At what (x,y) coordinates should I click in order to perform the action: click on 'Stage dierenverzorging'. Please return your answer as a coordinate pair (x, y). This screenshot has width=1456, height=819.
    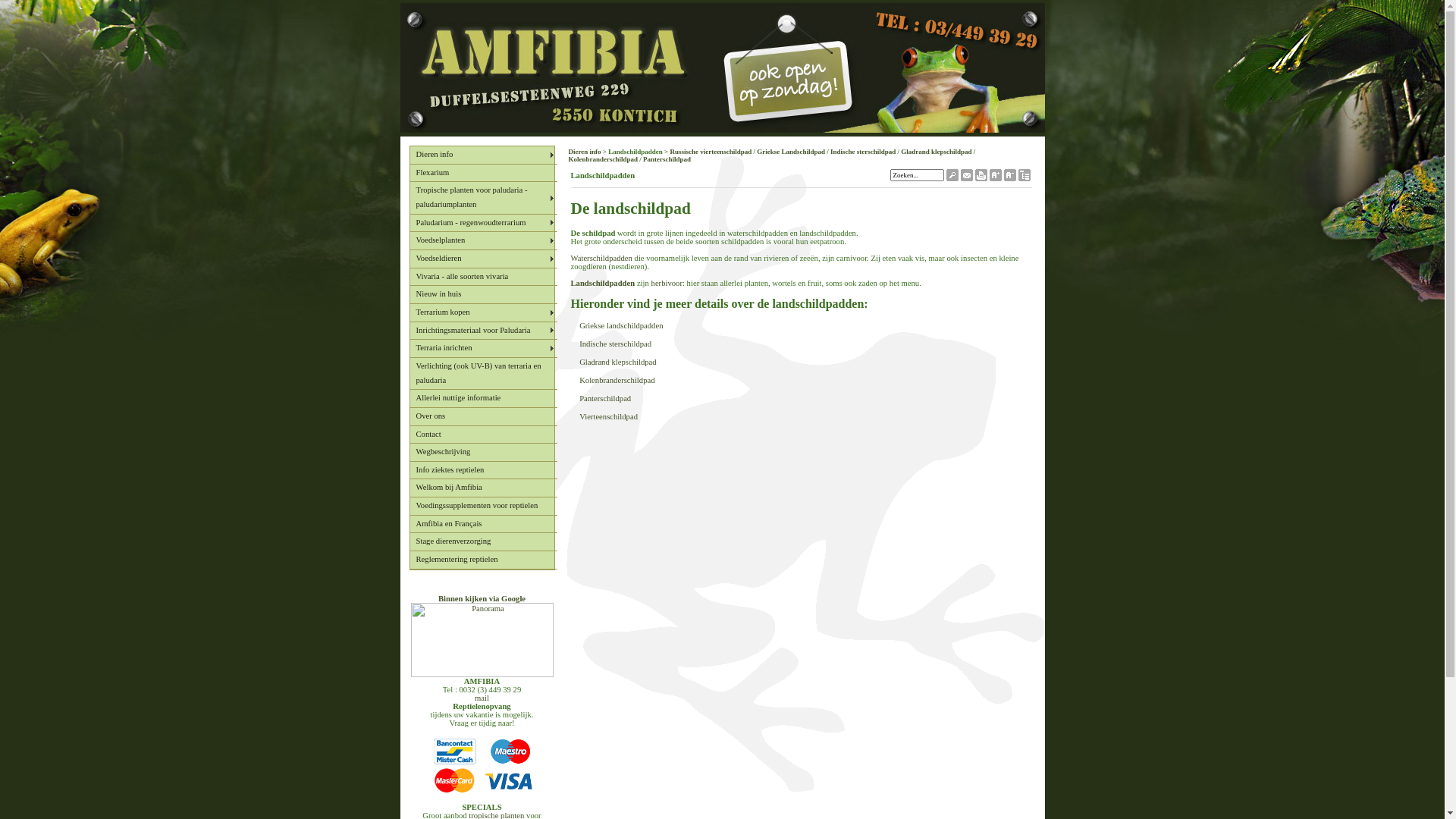
    Looking at the image, I should click on (482, 541).